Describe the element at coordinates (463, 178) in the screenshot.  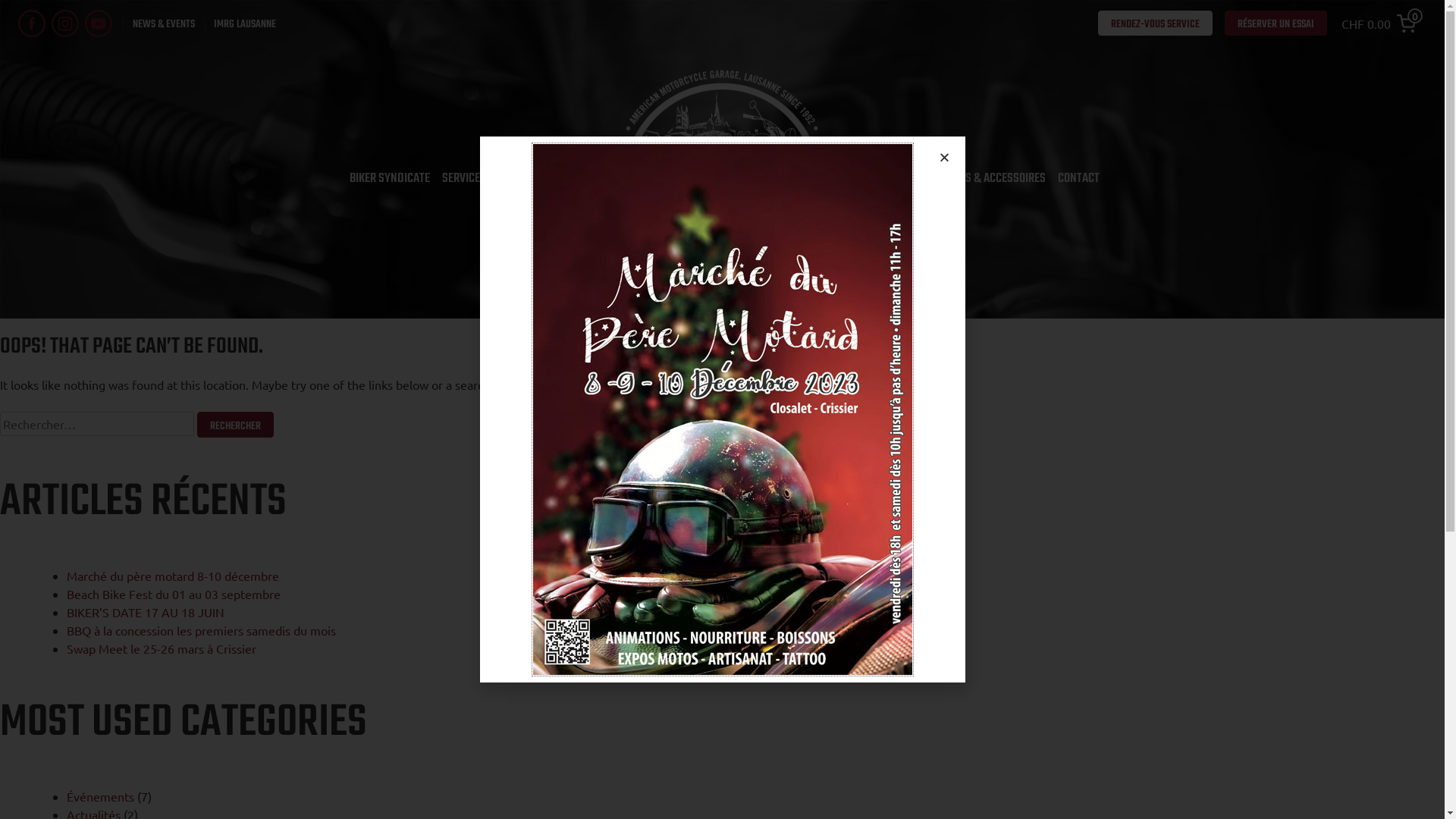
I see `'SERVICES'` at that location.